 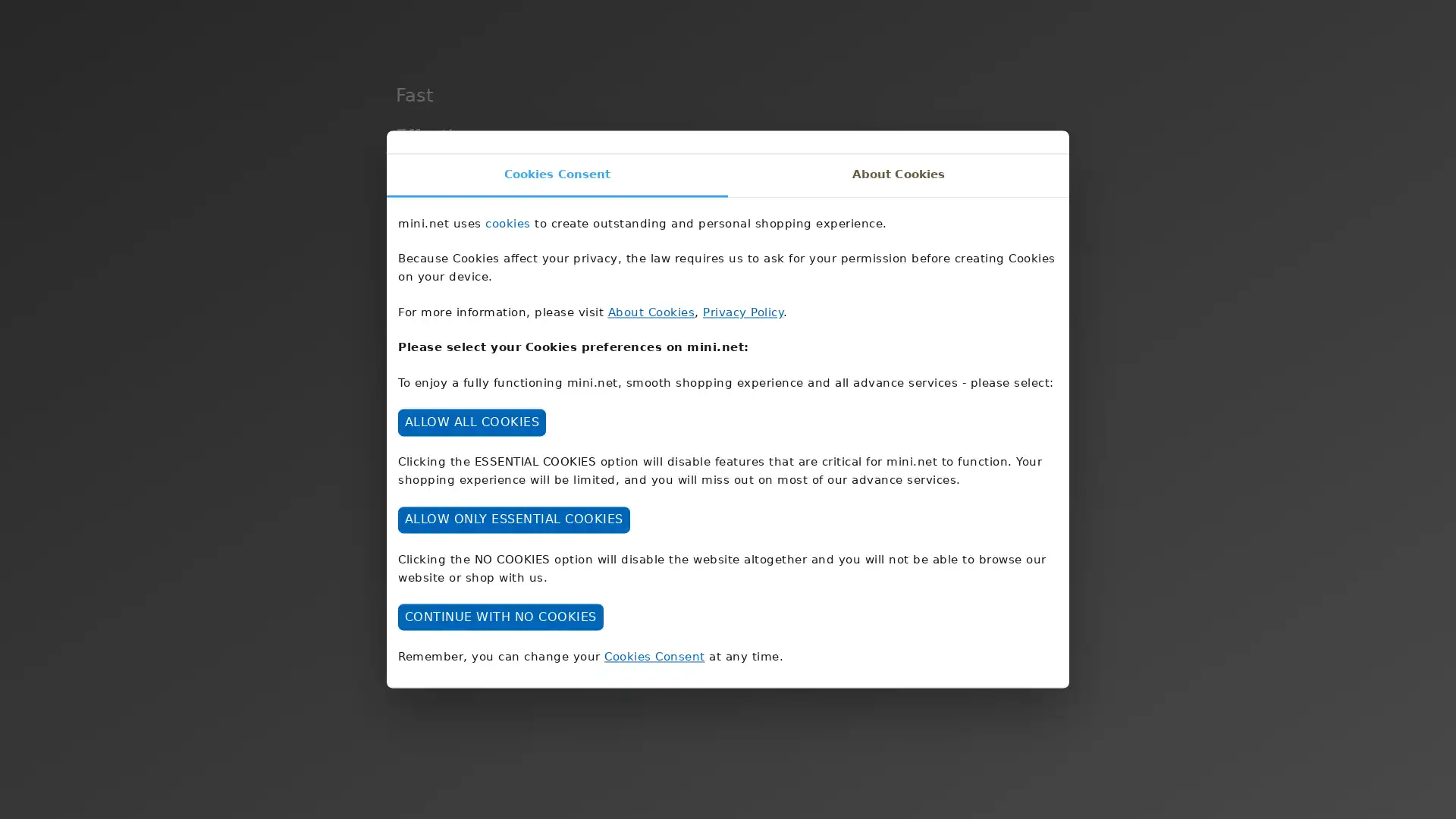 What do you see at coordinates (976, 359) in the screenshot?
I see `DISCOVER MINI NET` at bounding box center [976, 359].